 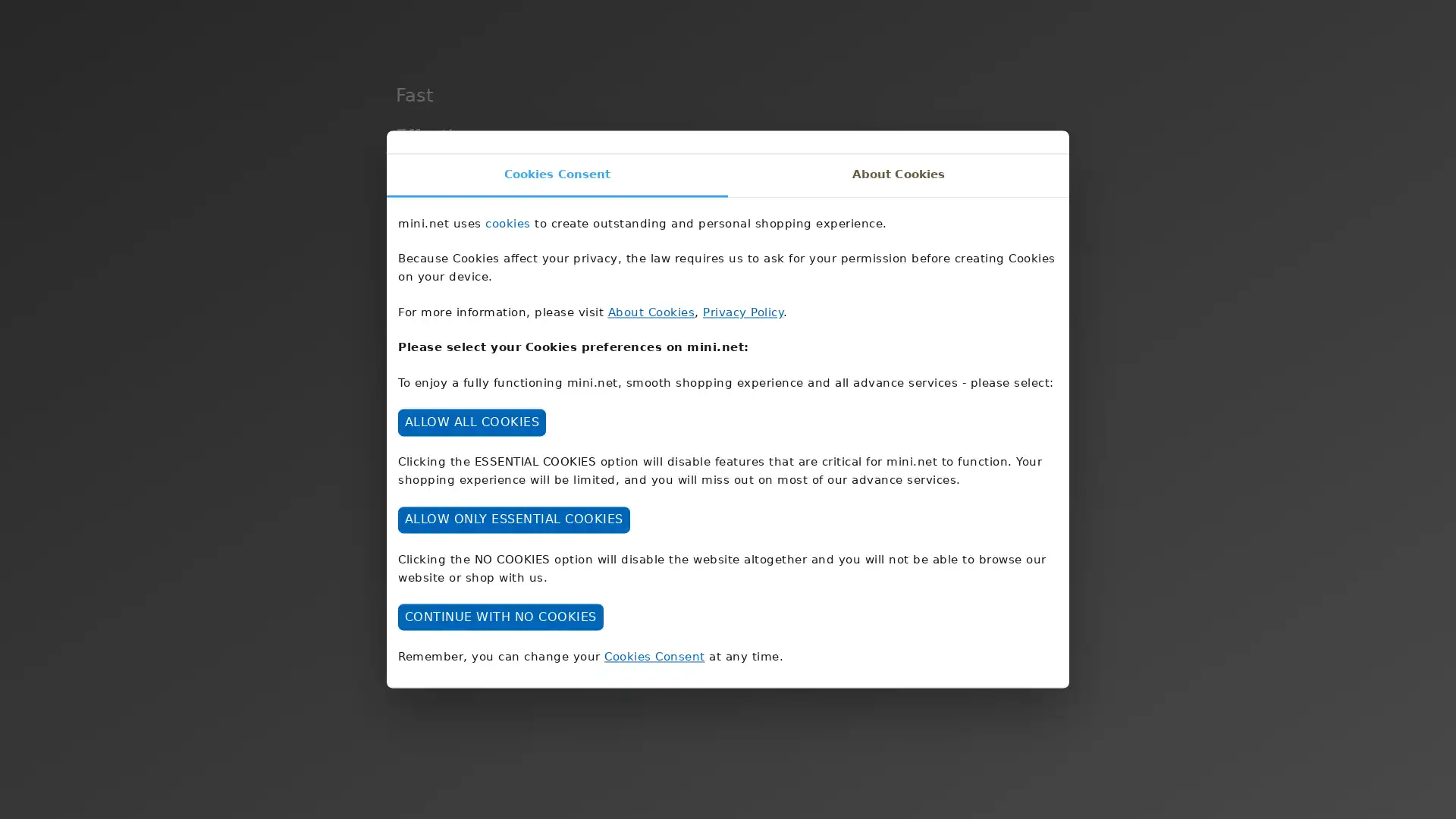 What do you see at coordinates (976, 359) in the screenshot?
I see `DISCOVER MINI NET` at bounding box center [976, 359].